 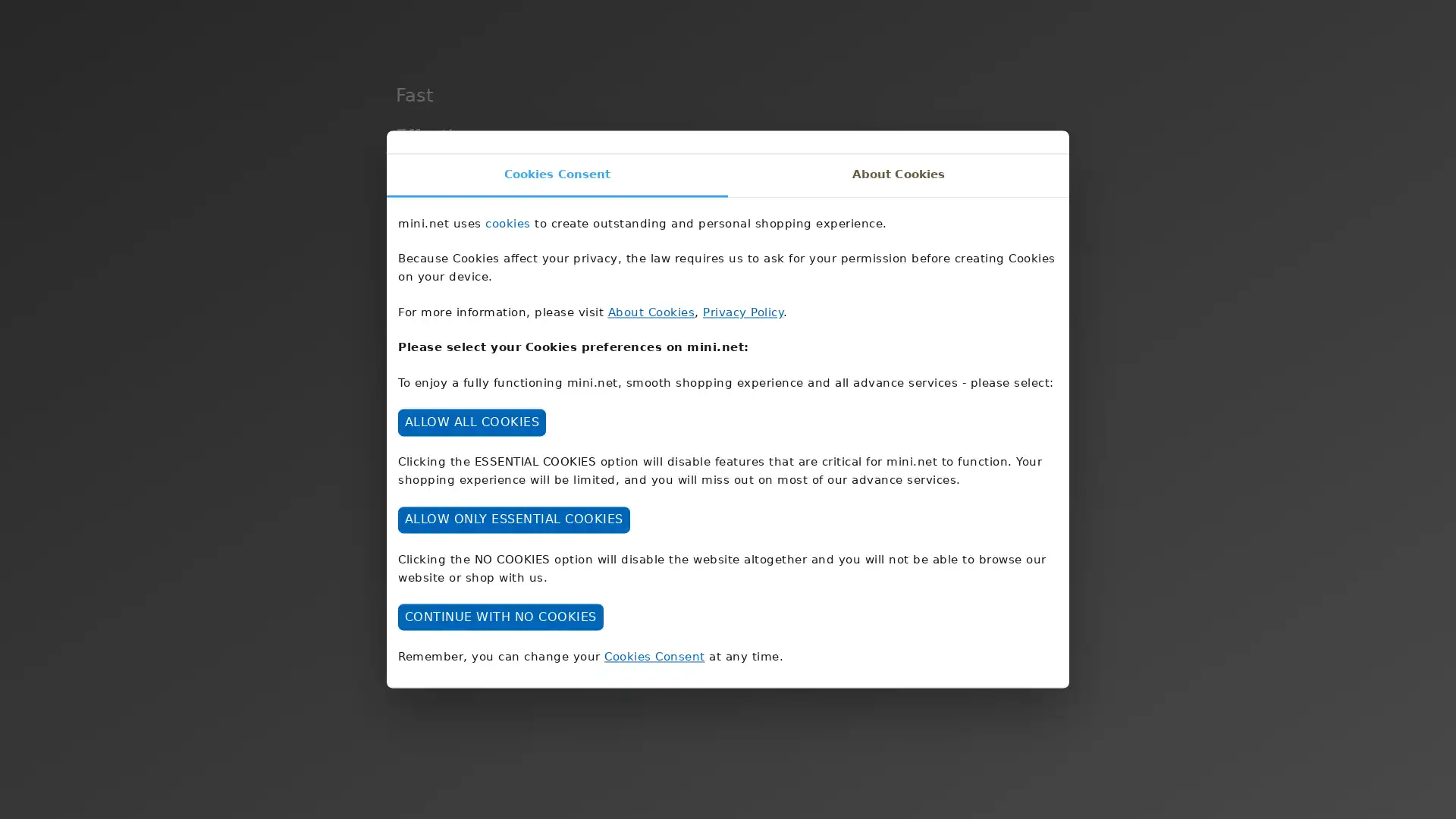 What do you see at coordinates (976, 359) in the screenshot?
I see `DISCOVER MINI NET` at bounding box center [976, 359].